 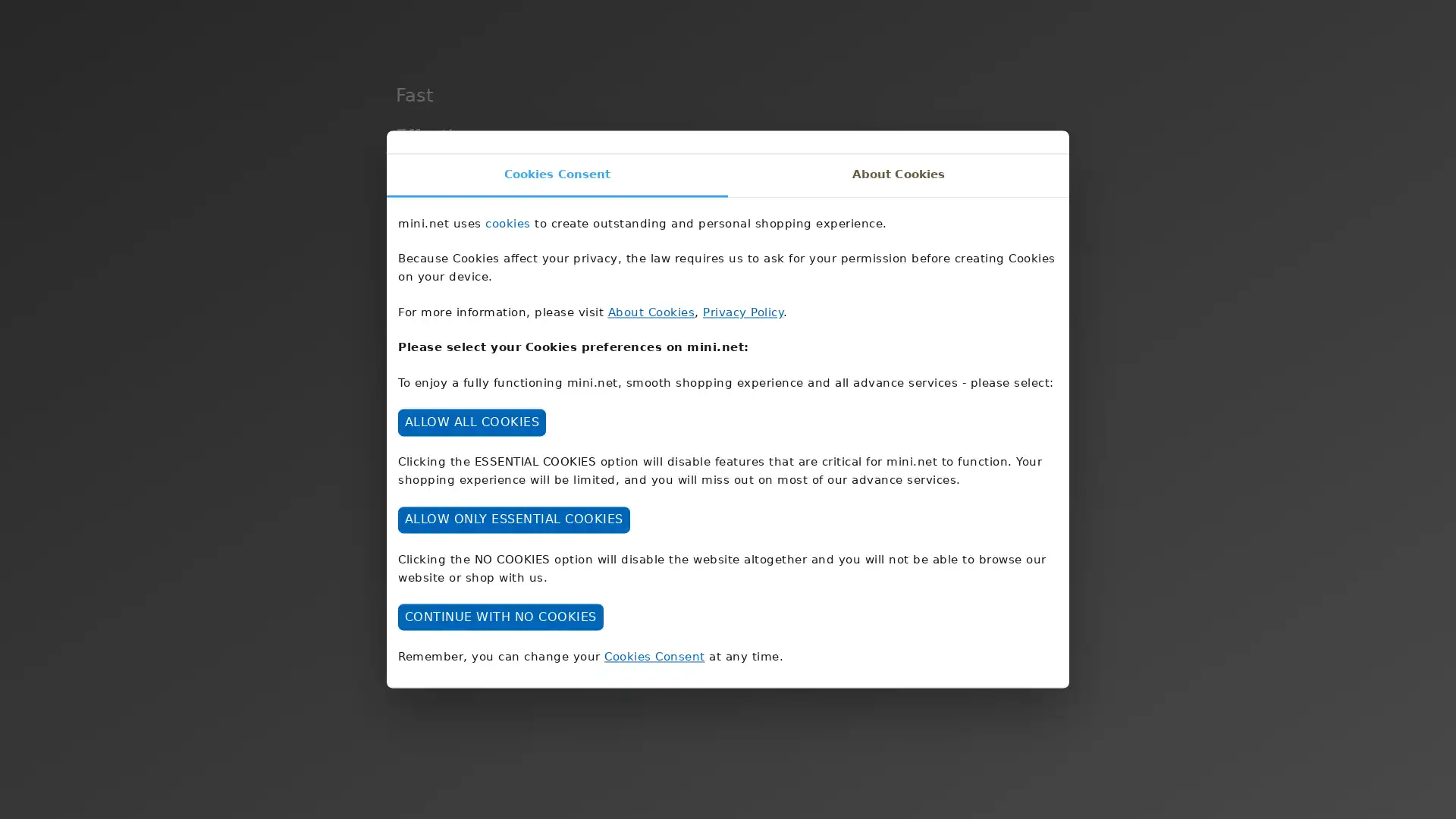 What do you see at coordinates (976, 359) in the screenshot?
I see `DISCOVER MINI NET` at bounding box center [976, 359].